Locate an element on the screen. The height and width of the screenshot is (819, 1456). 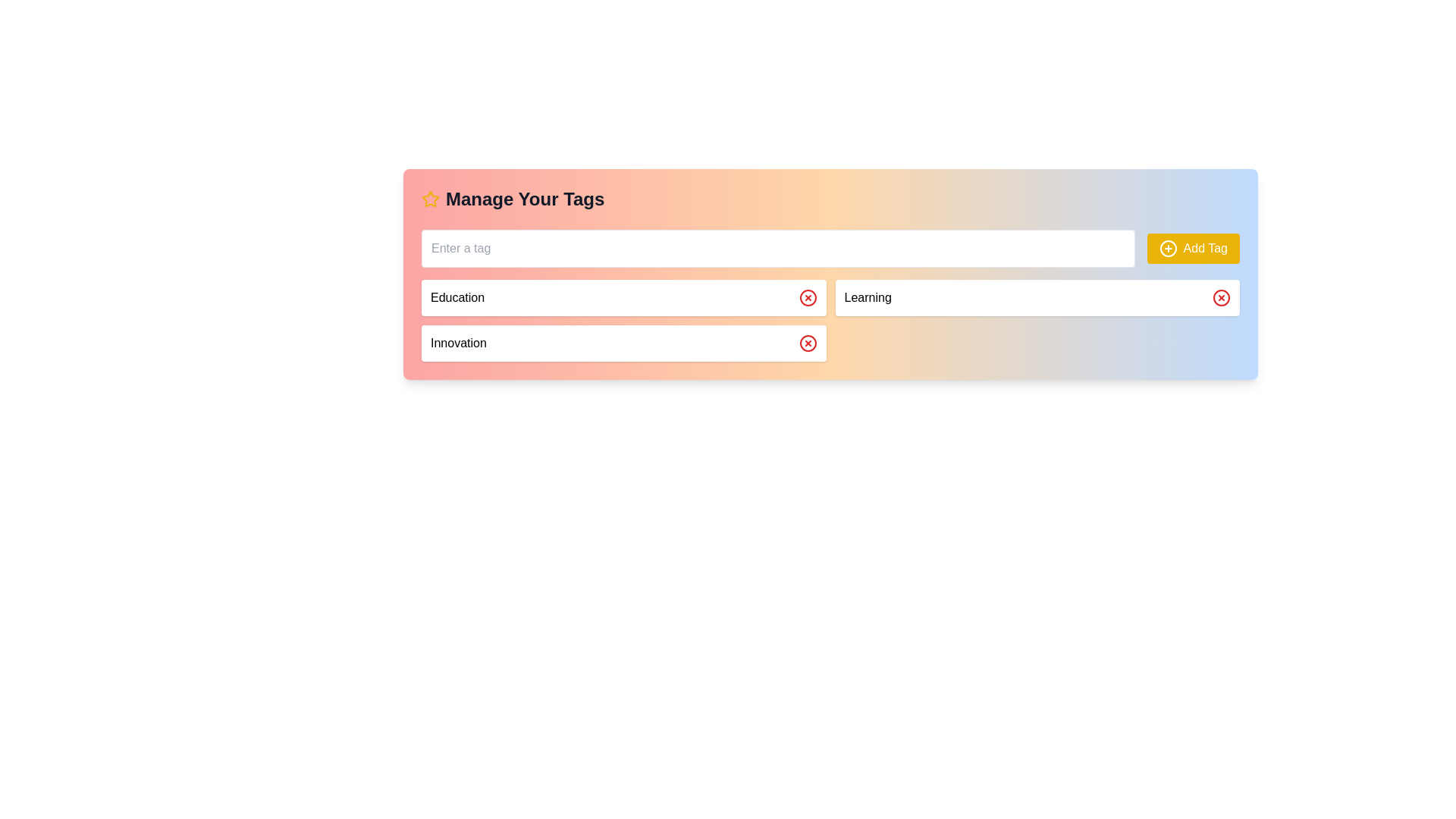
the circular boundary of the plus icon within the yellow 'Add Tag' button, which signifies adding a new tag is located at coordinates (1167, 247).